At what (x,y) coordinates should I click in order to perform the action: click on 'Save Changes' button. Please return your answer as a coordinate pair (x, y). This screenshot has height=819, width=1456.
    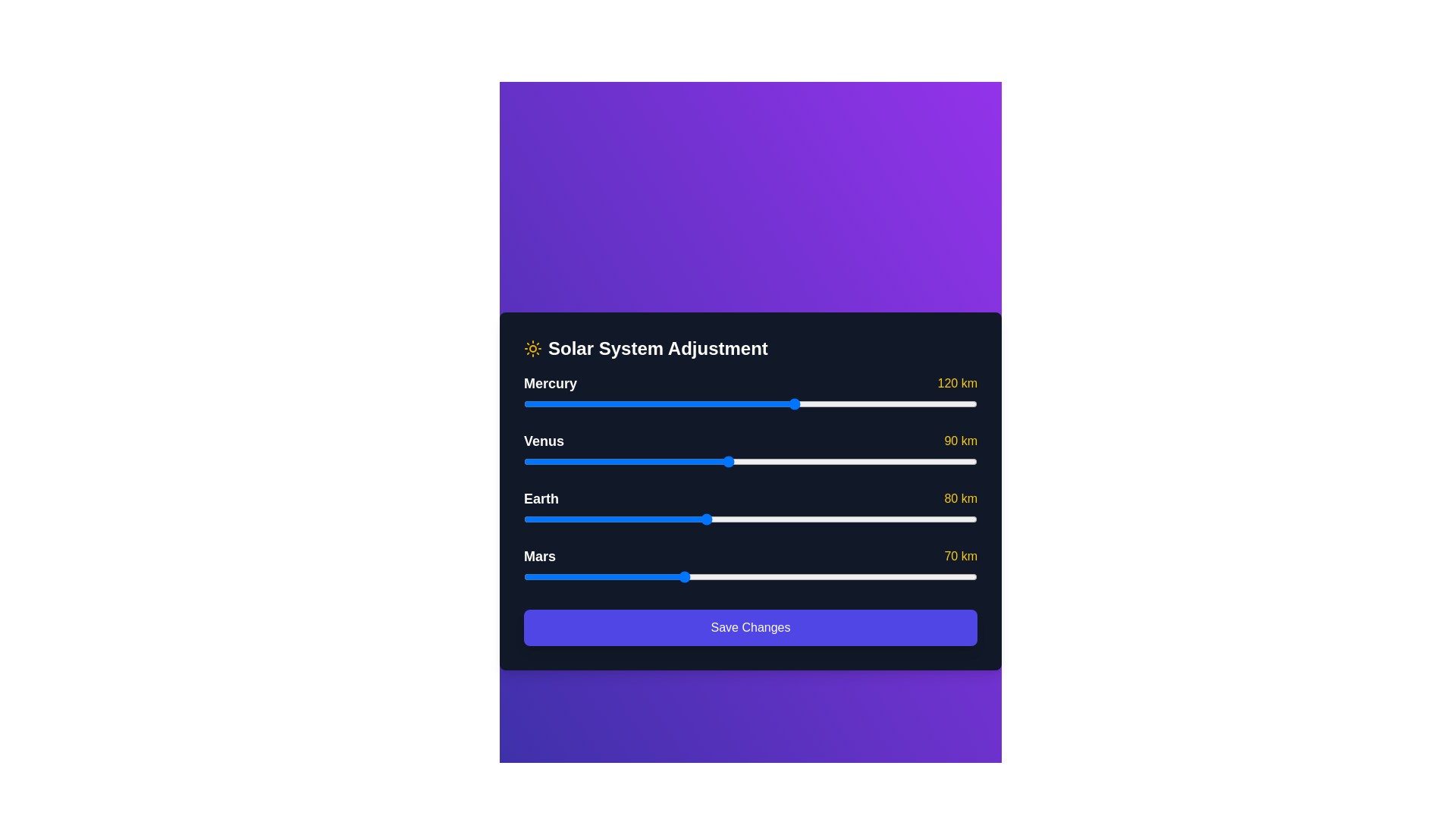
    Looking at the image, I should click on (750, 628).